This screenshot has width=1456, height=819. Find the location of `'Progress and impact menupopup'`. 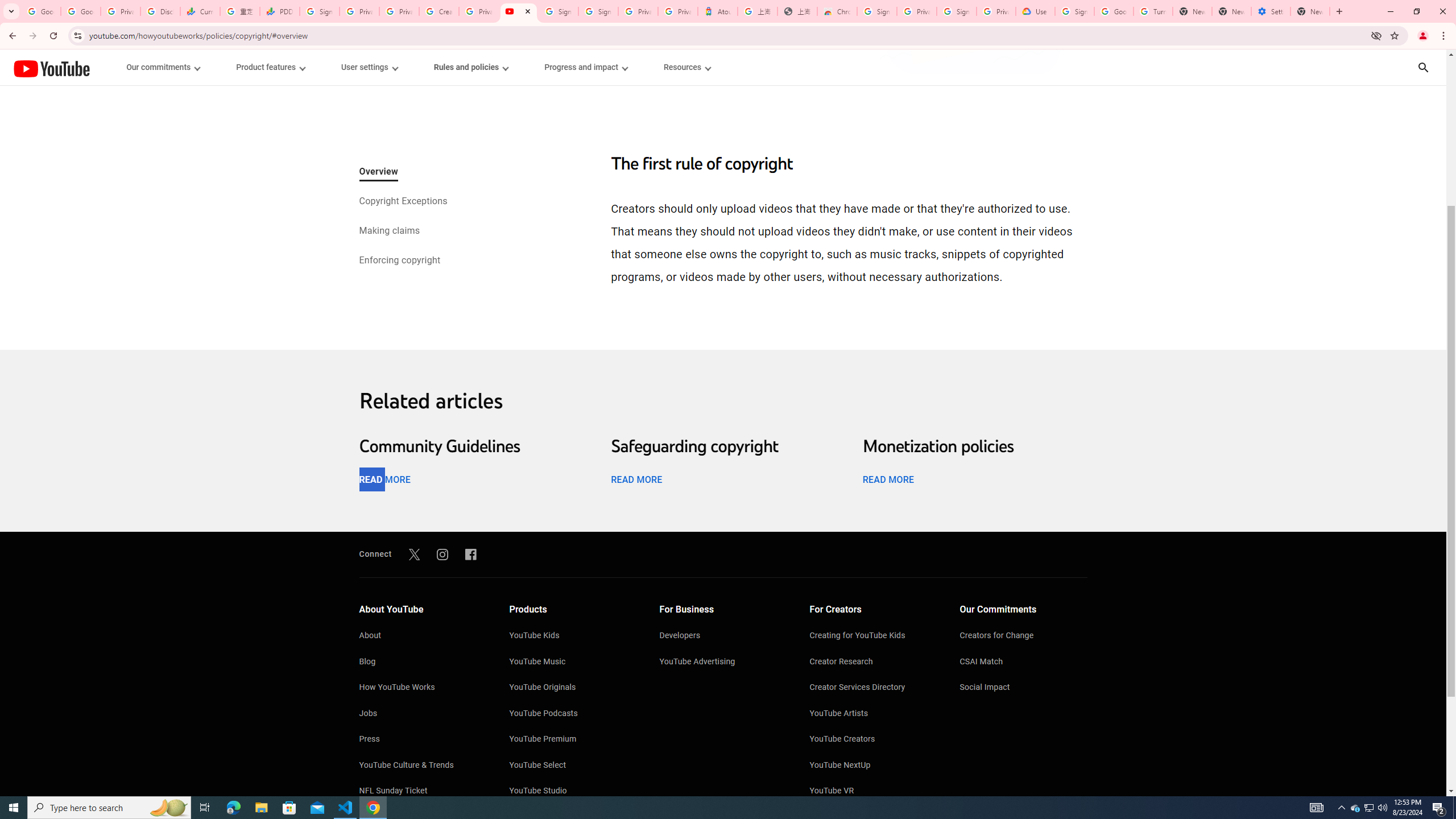

'Progress and impact menupopup' is located at coordinates (586, 67).